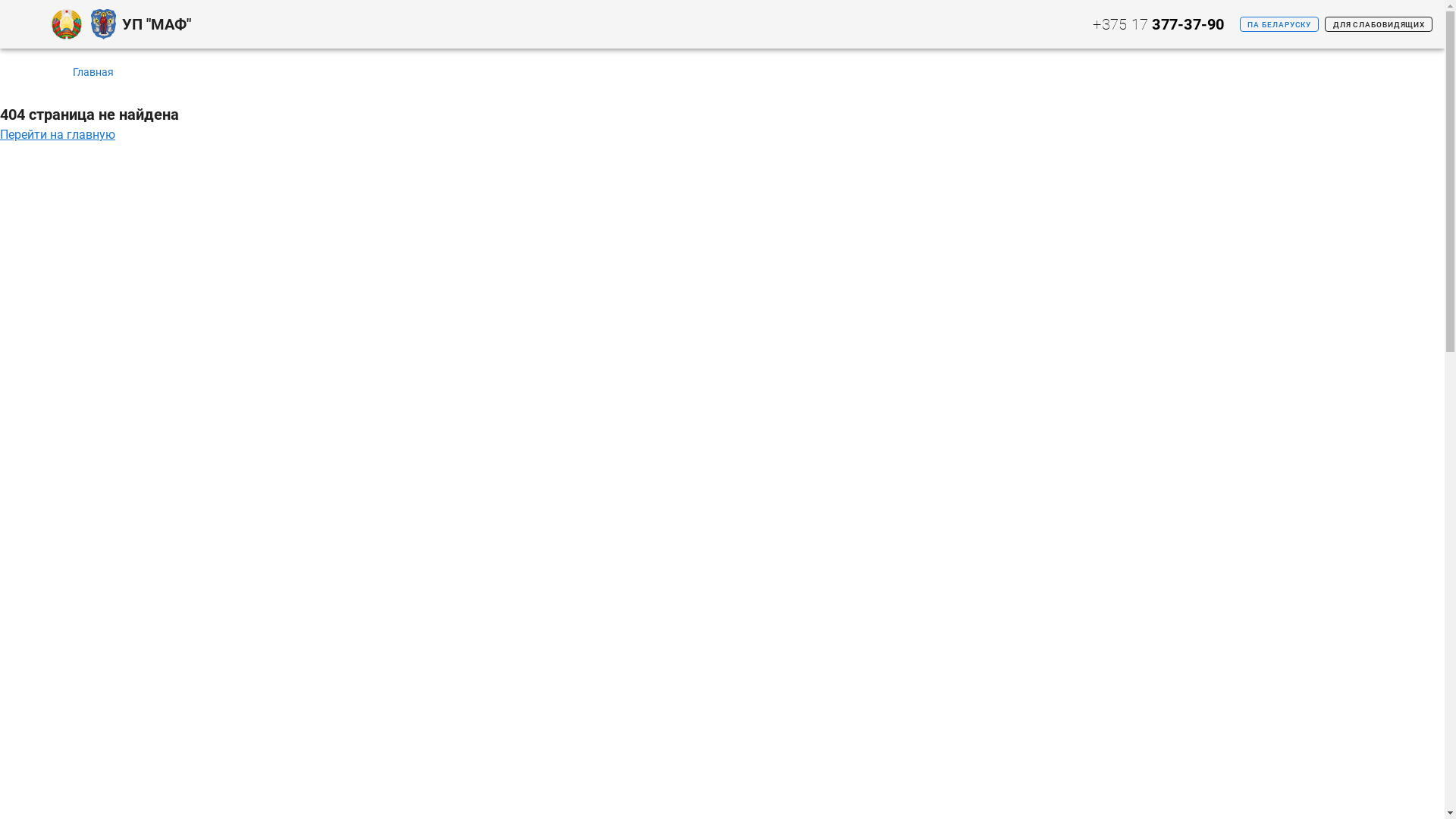 The height and width of the screenshot is (819, 1456). I want to click on '+375 17 377-37-90', so click(1156, 24).